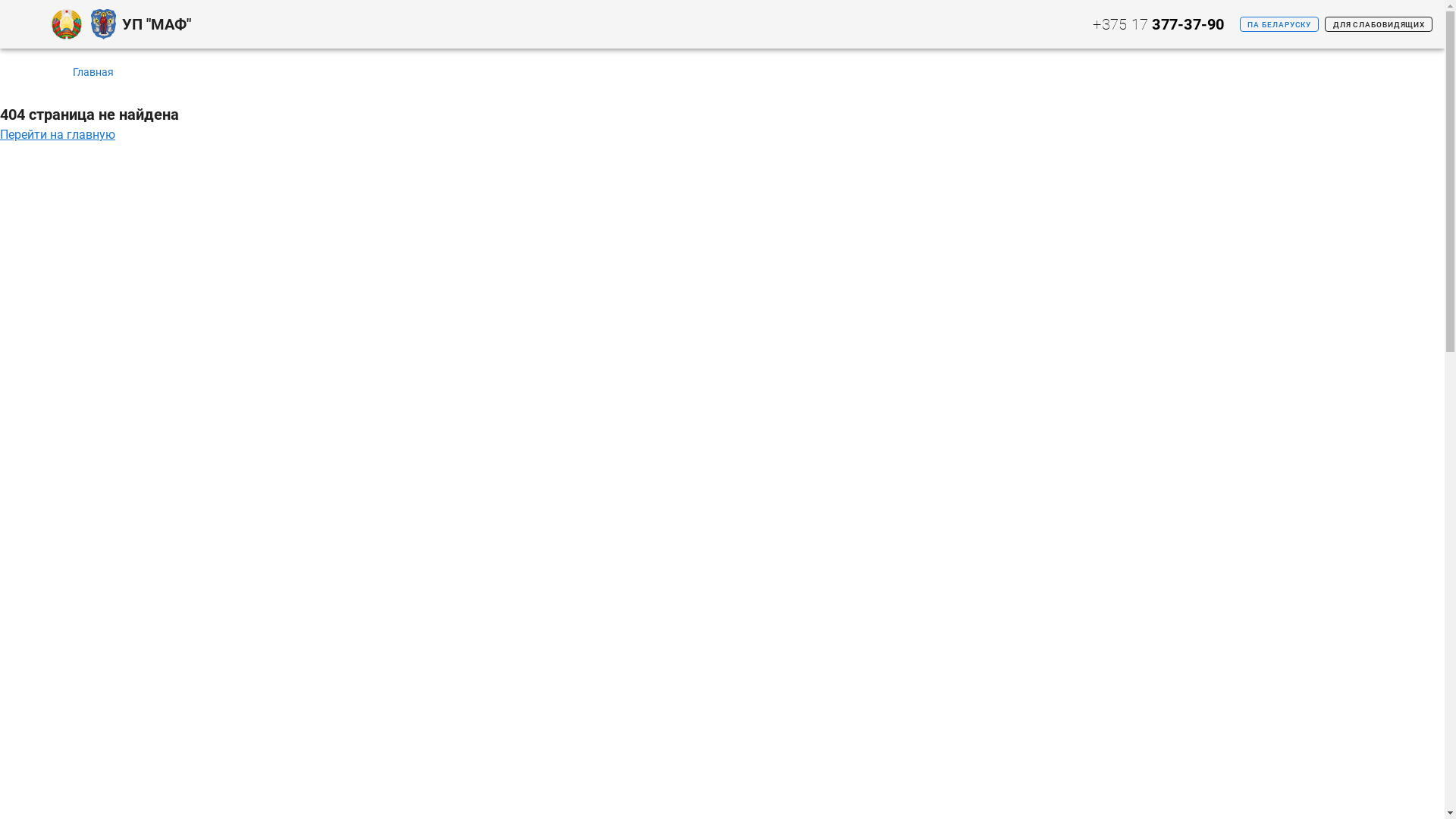 The height and width of the screenshot is (819, 1456). I want to click on '+375 17 377-37-90', so click(1156, 24).